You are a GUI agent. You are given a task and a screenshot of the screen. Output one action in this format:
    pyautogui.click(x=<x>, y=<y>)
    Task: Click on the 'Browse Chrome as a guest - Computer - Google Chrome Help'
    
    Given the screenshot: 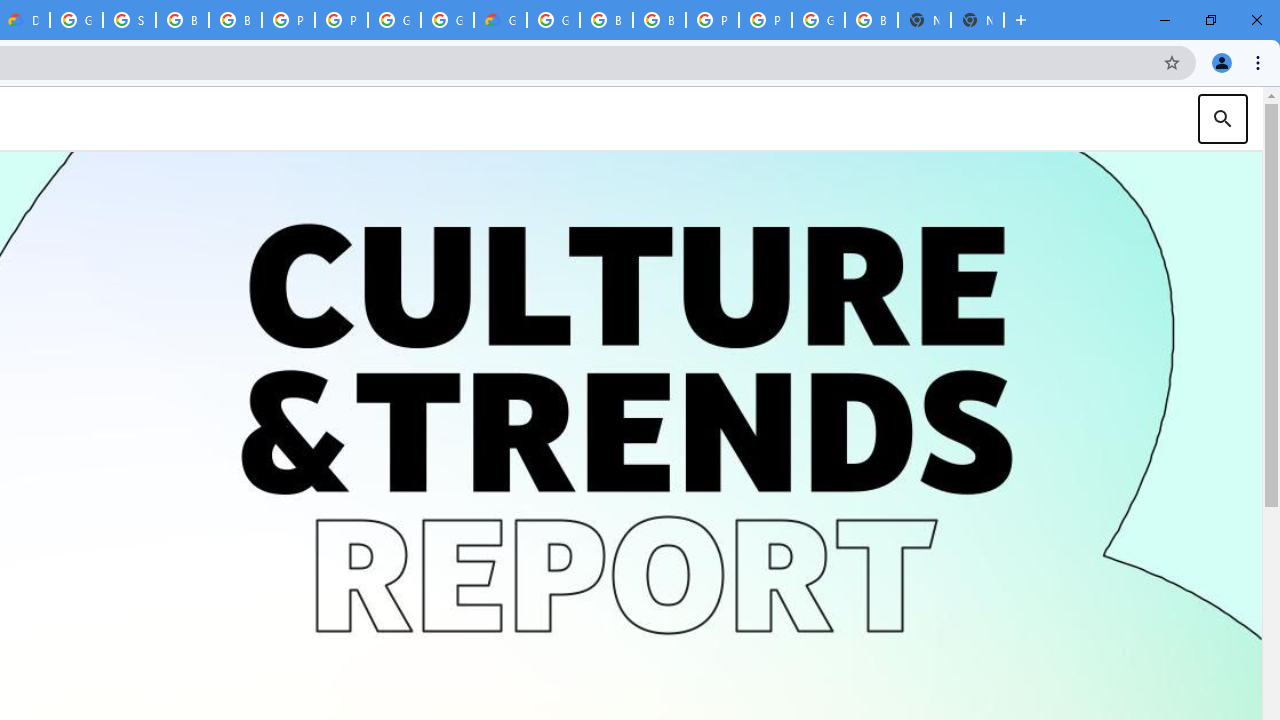 What is the action you would take?
    pyautogui.click(x=235, y=20)
    